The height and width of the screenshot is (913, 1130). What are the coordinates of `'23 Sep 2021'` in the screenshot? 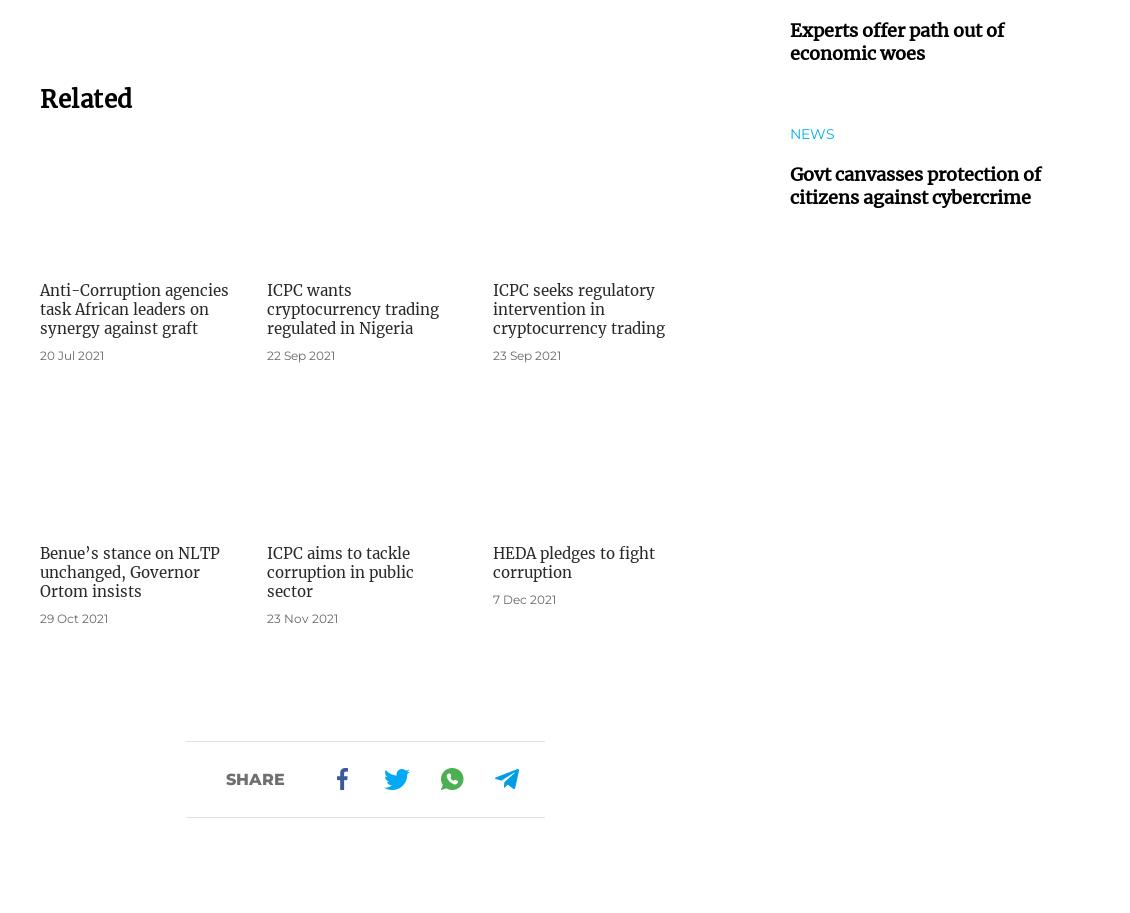 It's located at (527, 355).